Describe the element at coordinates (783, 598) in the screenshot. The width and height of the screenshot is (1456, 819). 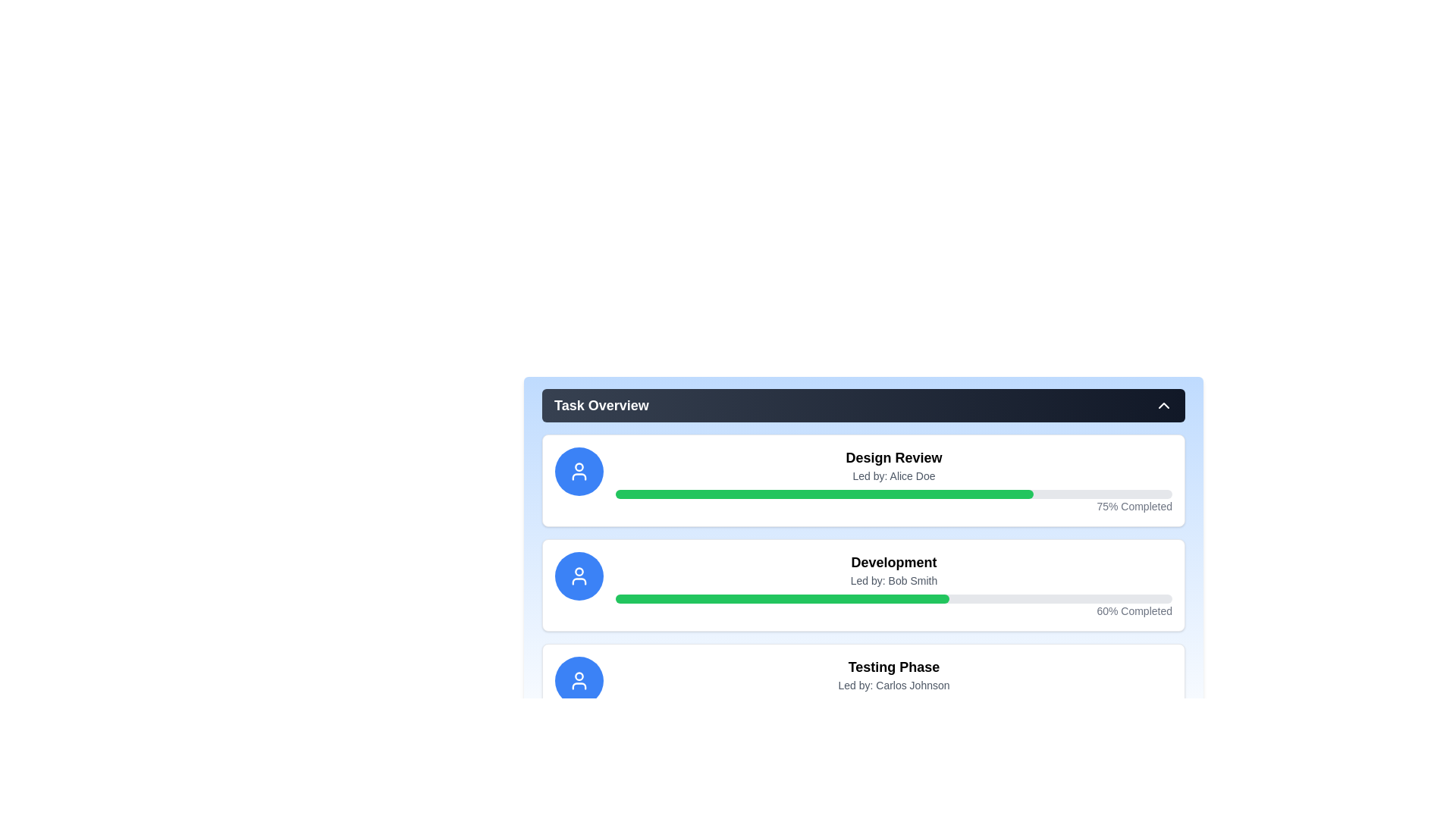
I see `the green progress bar that represents a specific percentage of completion within the 'Development' task card` at that location.